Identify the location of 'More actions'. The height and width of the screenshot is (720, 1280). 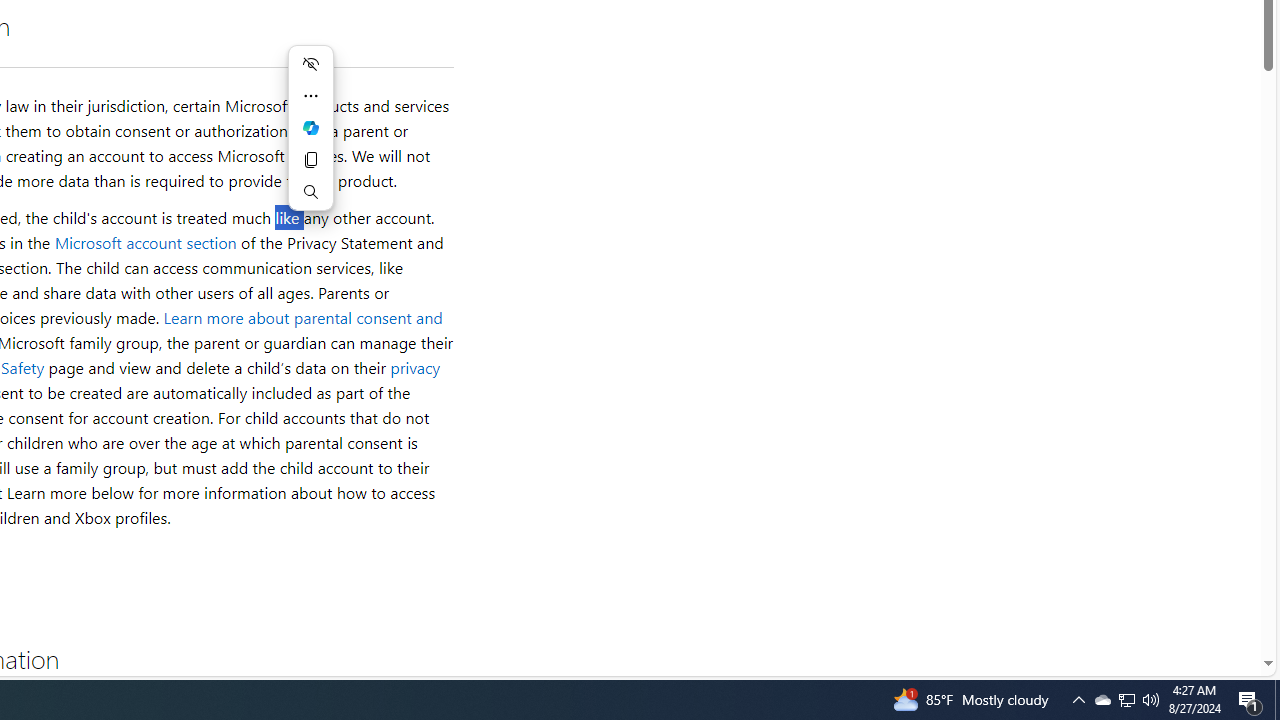
(310, 96).